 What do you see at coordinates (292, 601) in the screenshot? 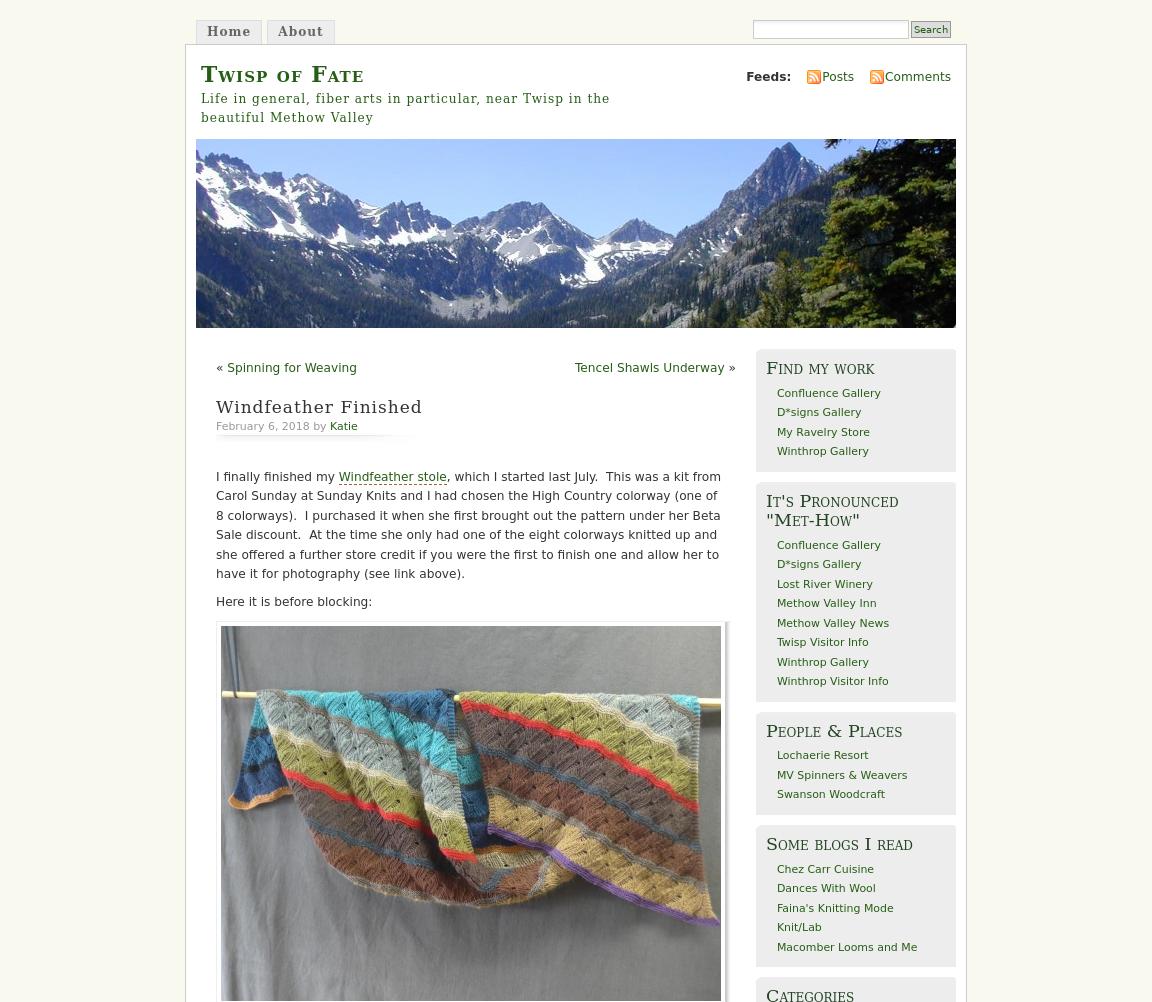
I see `'Here it is before blocking:'` at bounding box center [292, 601].